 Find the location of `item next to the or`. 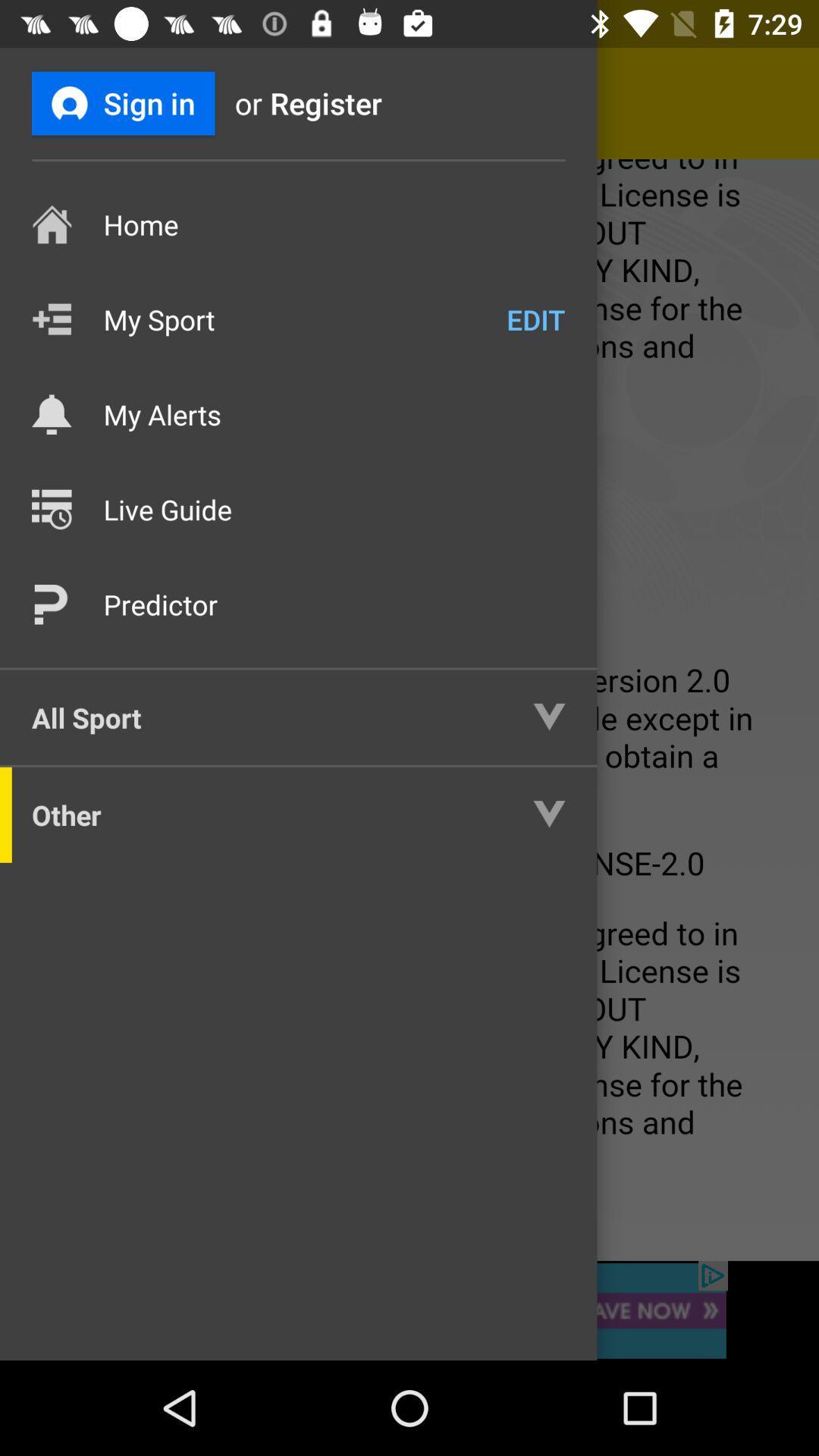

item next to the or is located at coordinates (351, 102).